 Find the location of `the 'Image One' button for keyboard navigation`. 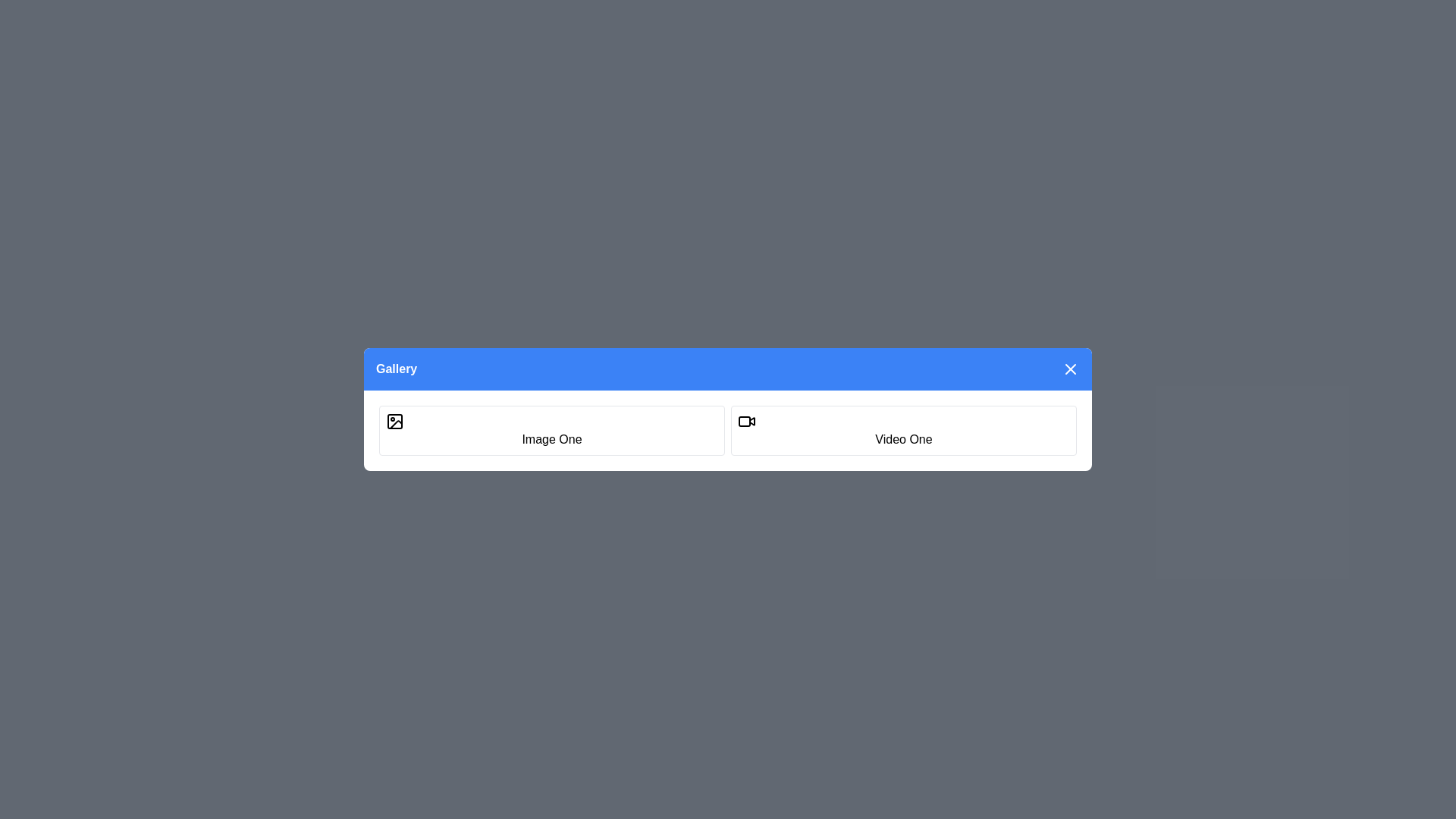

the 'Image One' button for keyboard navigation is located at coordinates (551, 430).